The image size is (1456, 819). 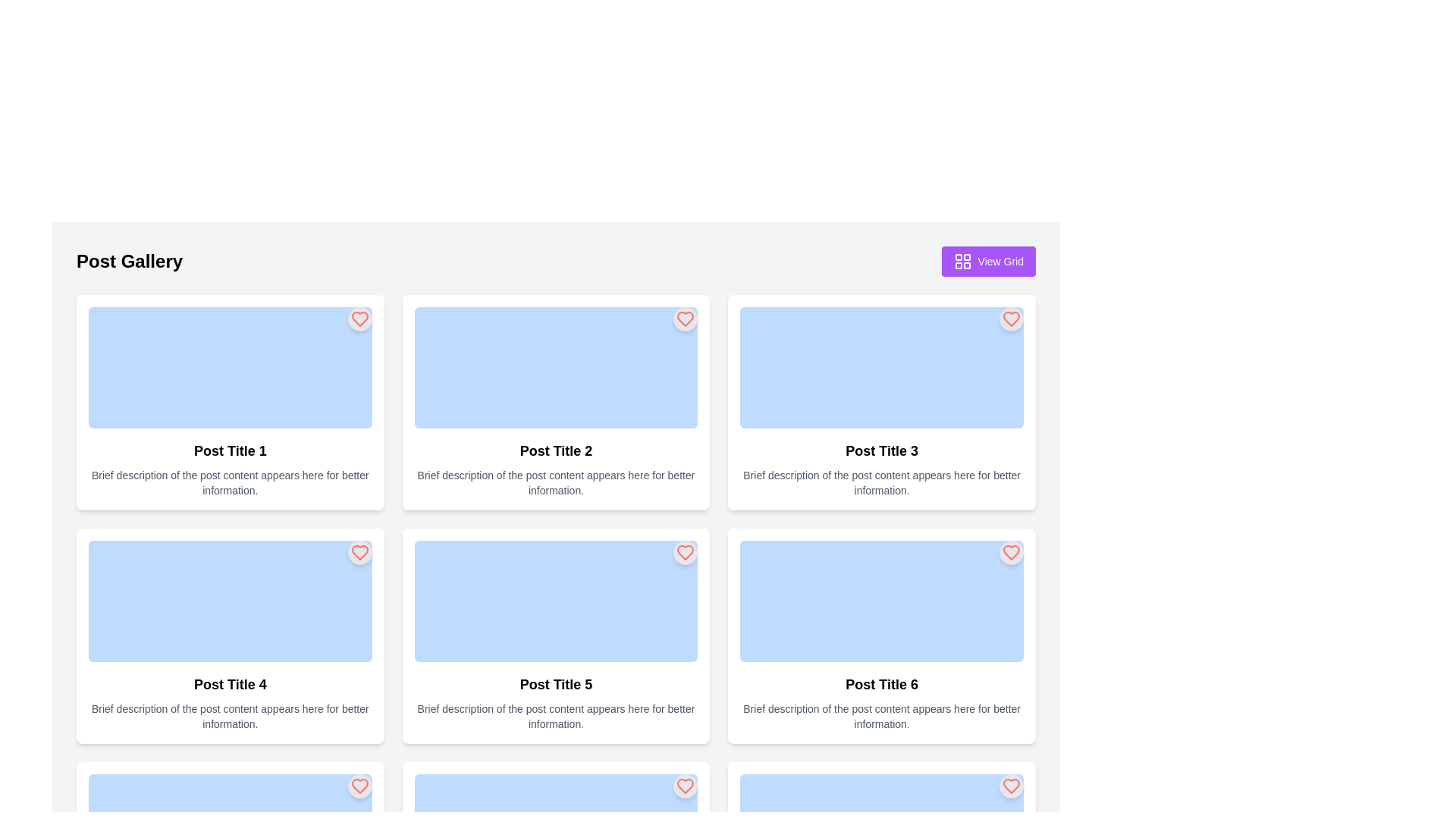 What do you see at coordinates (359, 318) in the screenshot?
I see `the heart-shaped icon button with a light red hue in the top-right corner of the first post card titled 'Post Title 1' to like the post` at bounding box center [359, 318].